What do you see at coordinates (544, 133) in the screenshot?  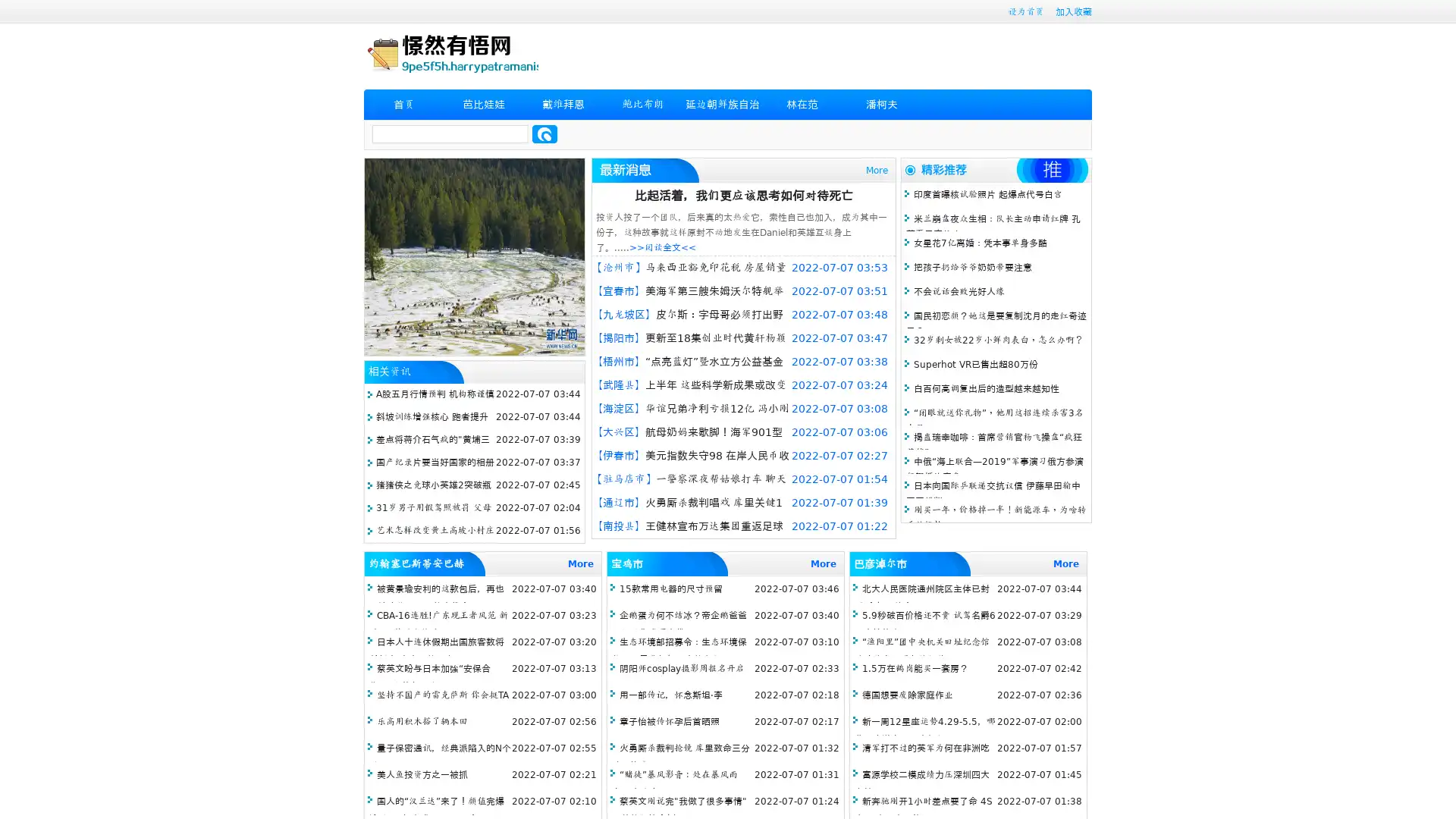 I see `Search` at bounding box center [544, 133].